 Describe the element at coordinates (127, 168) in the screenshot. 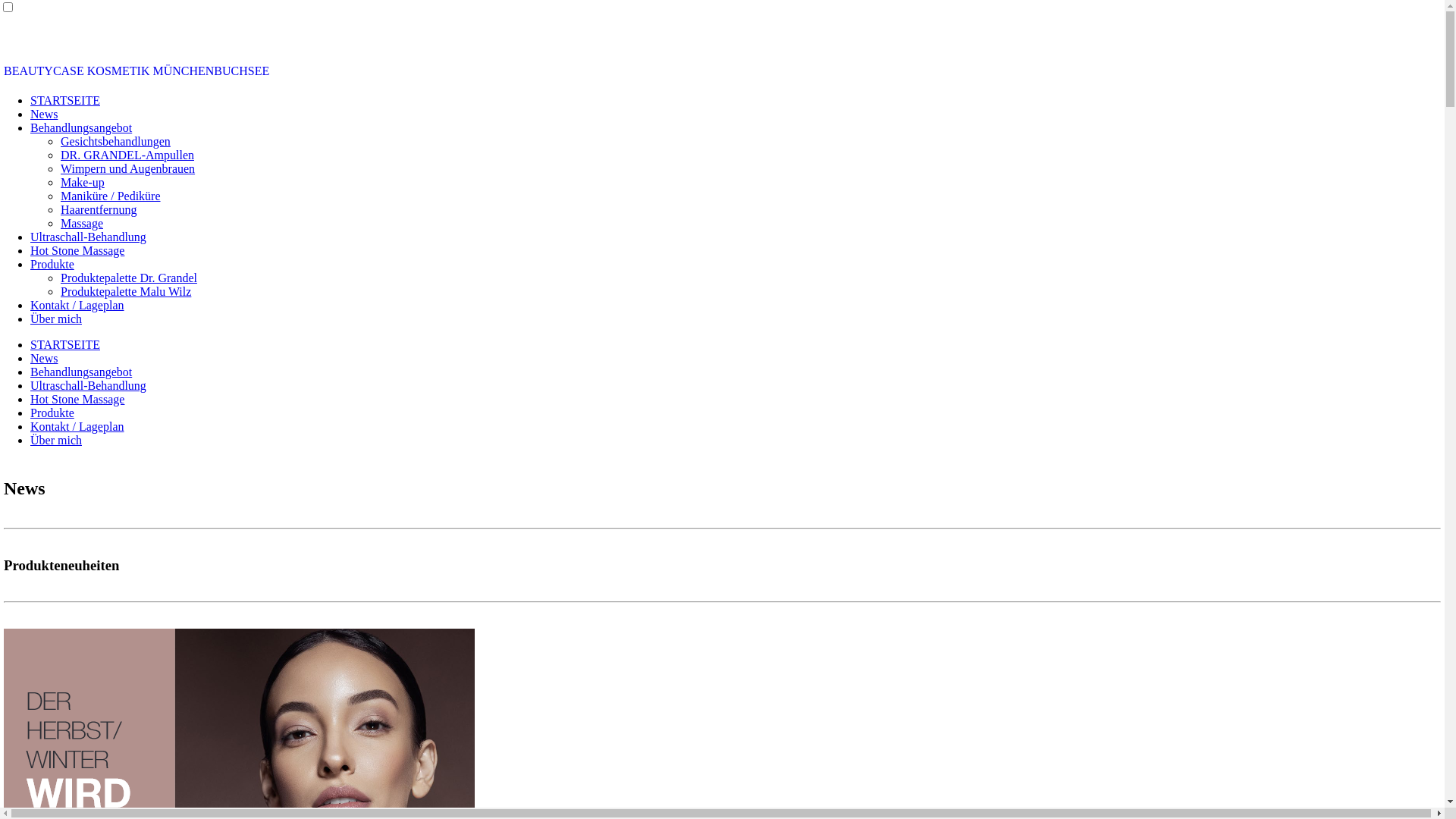

I see `'Wimpern und Augenbrauen'` at that location.